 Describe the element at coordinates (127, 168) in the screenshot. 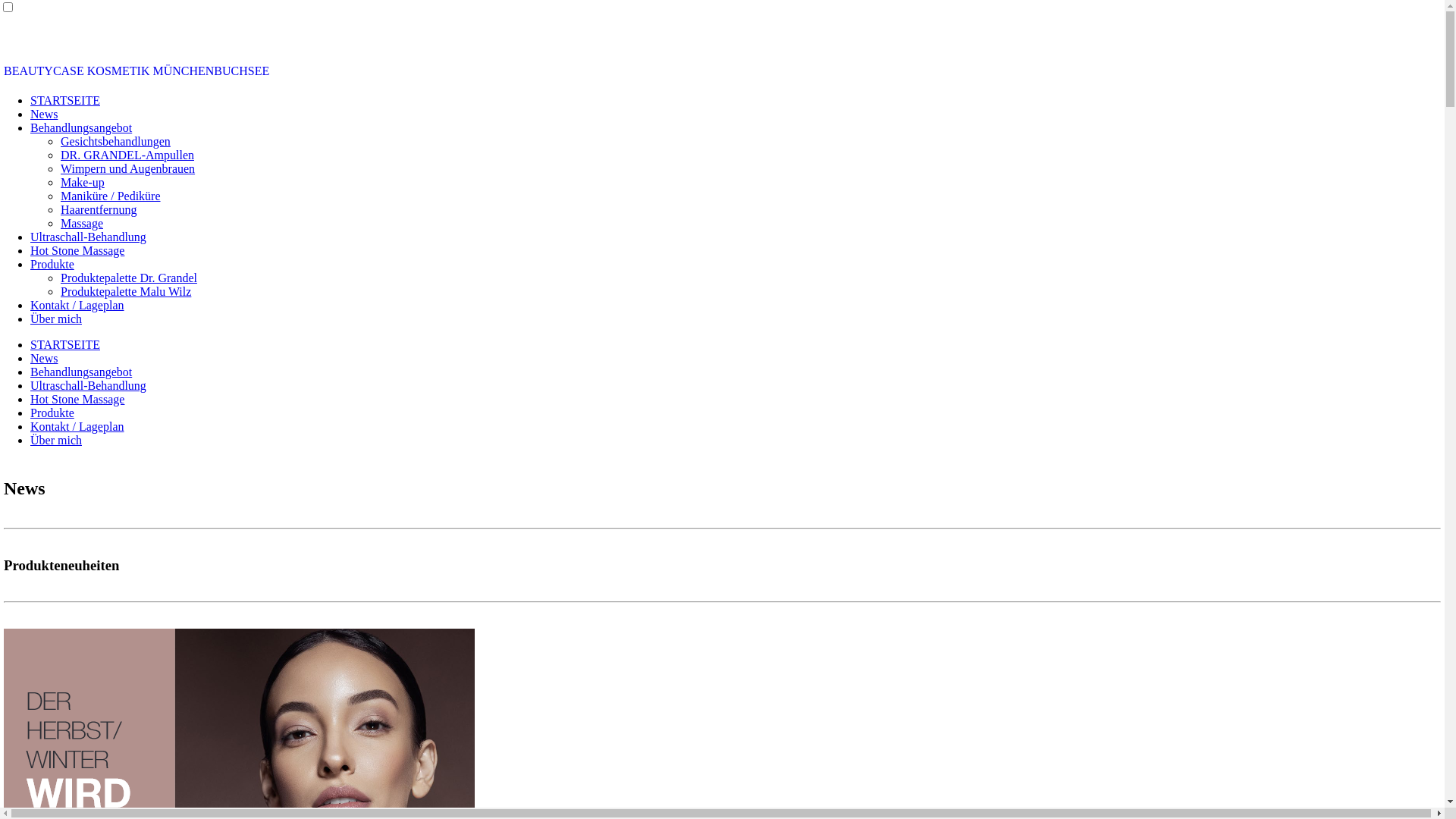

I see `'Wimpern und Augenbrauen'` at that location.